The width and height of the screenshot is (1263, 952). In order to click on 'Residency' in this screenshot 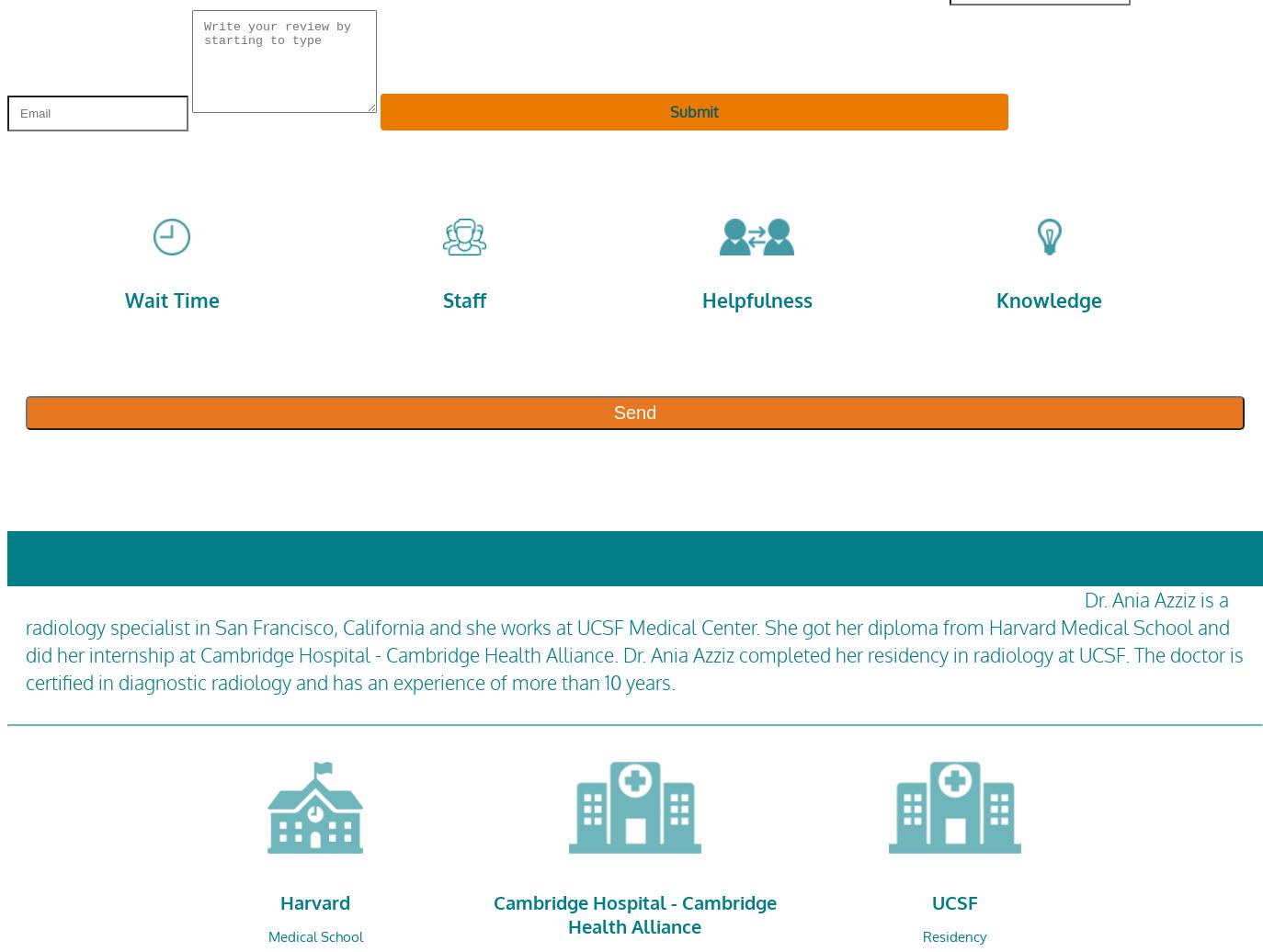, I will do `click(954, 935)`.